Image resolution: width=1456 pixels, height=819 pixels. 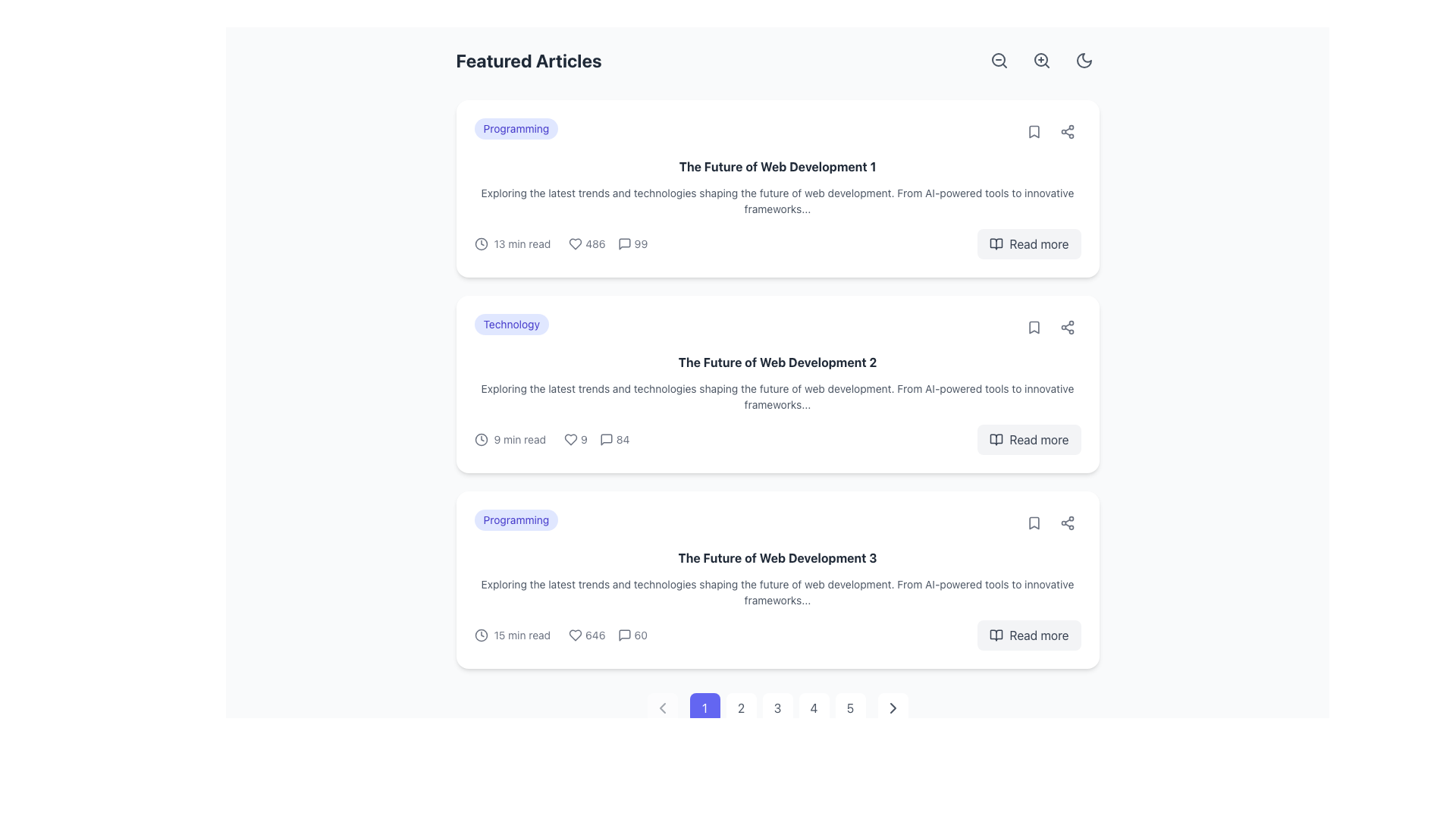 I want to click on text header 'Featured Articles' which is a bold, large-sized label in dark gray color, located at the upper-left section of the content area, so click(x=529, y=60).